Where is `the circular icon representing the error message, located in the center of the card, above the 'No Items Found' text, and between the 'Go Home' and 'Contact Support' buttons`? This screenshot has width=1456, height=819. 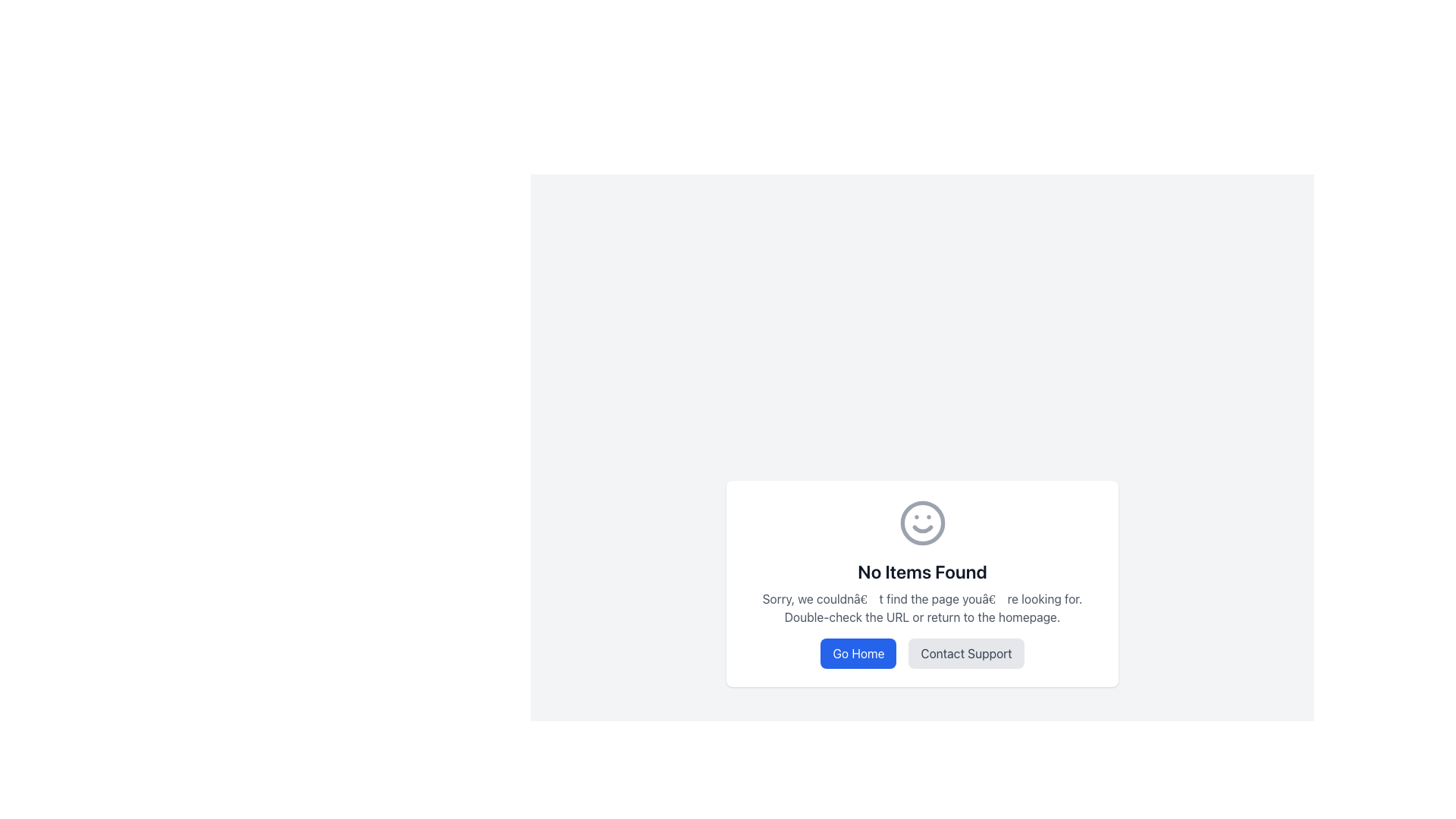 the circular icon representing the error message, located in the center of the card, above the 'No Items Found' text, and between the 'Go Home' and 'Contact Support' buttons is located at coordinates (921, 522).